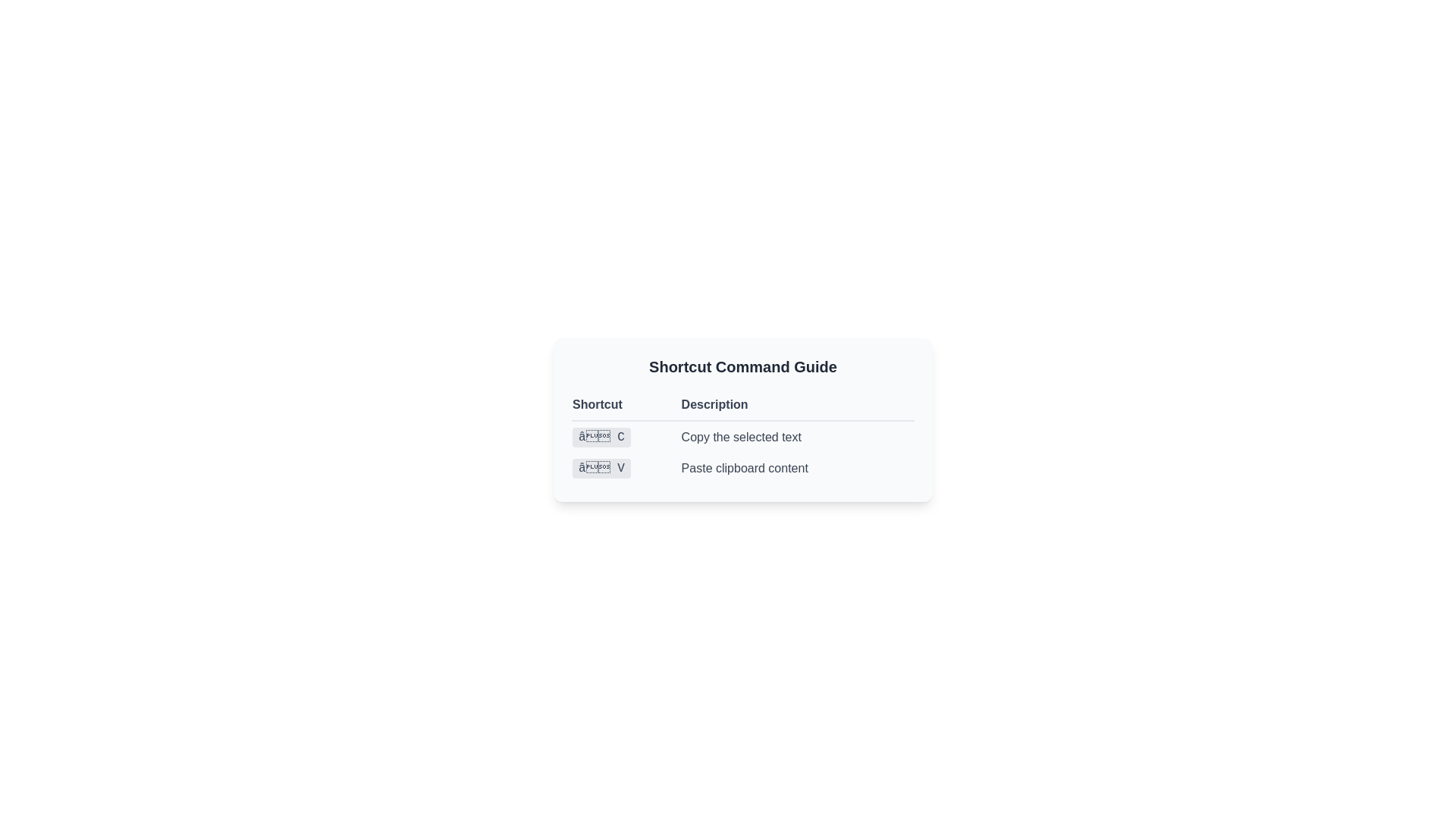 The image size is (1456, 819). Describe the element at coordinates (796, 467) in the screenshot. I see `the Text label describing the keyboard shortcut '⌘ V' for pasting clipboard content, which is located in the second row under the 'Description' column` at that location.